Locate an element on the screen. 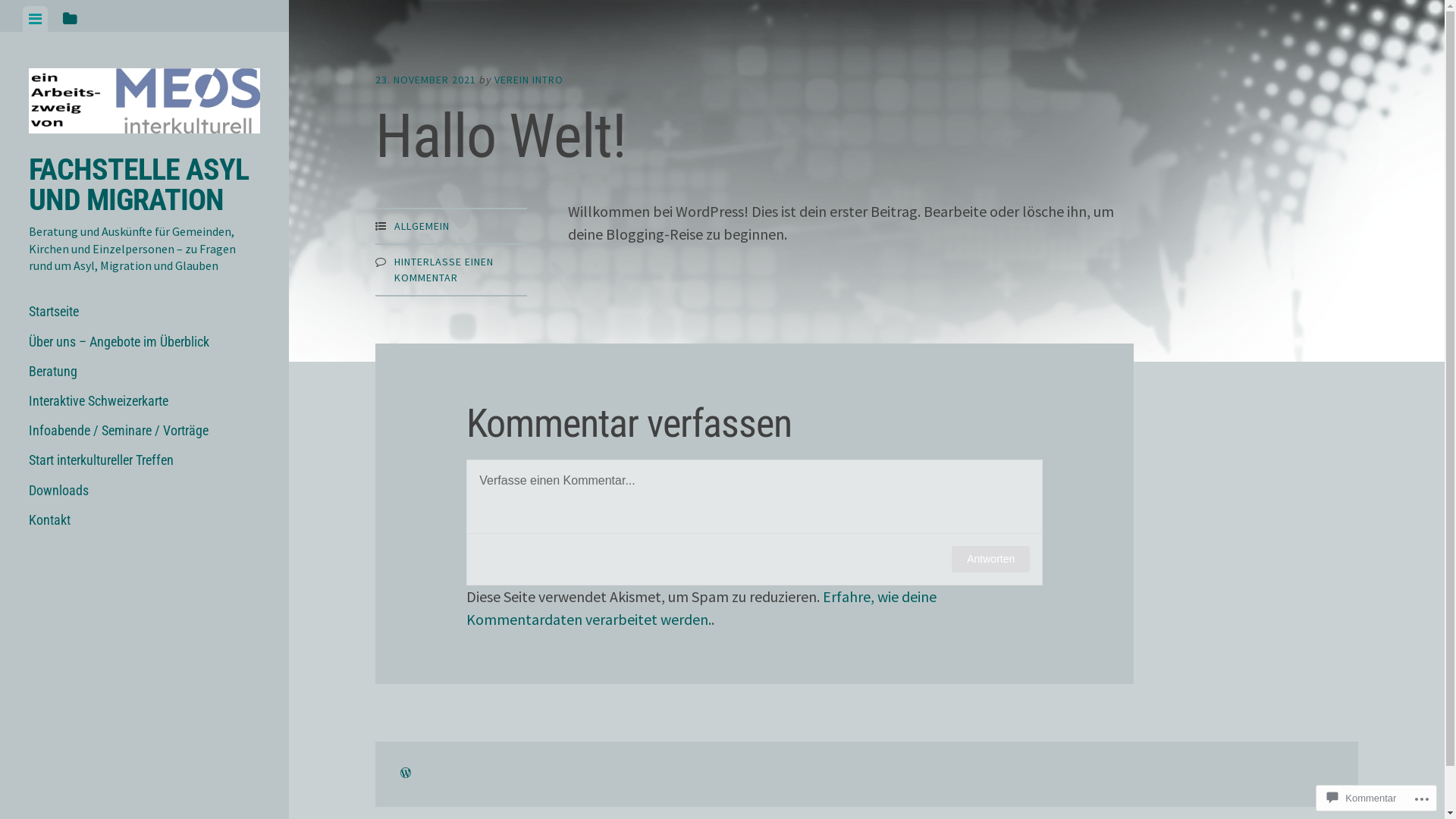  'HINTERLASSE EINEN KOMMENTAR' is located at coordinates (443, 268).